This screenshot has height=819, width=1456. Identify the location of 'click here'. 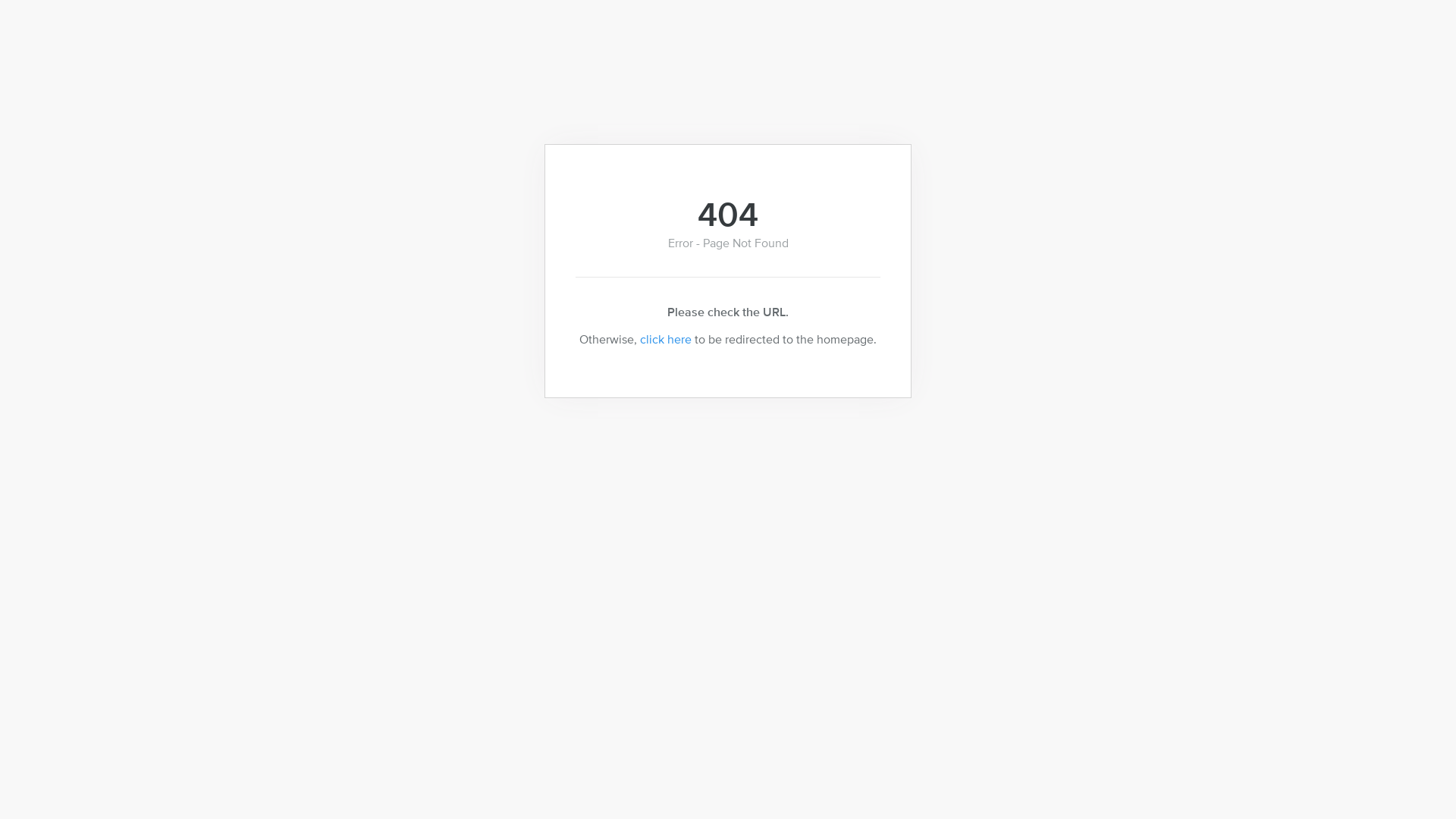
(666, 338).